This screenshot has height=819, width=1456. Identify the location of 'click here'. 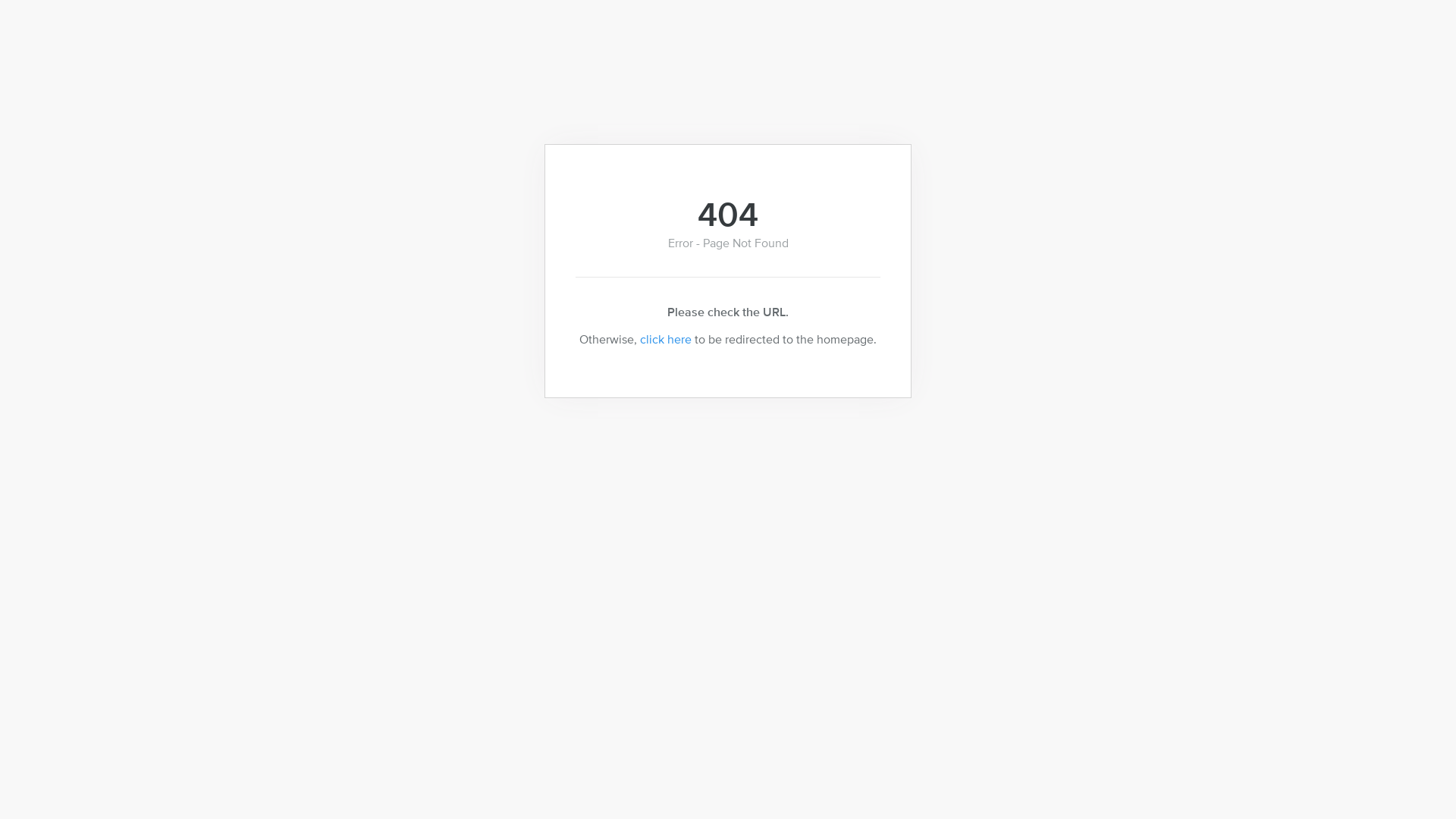
(666, 338).